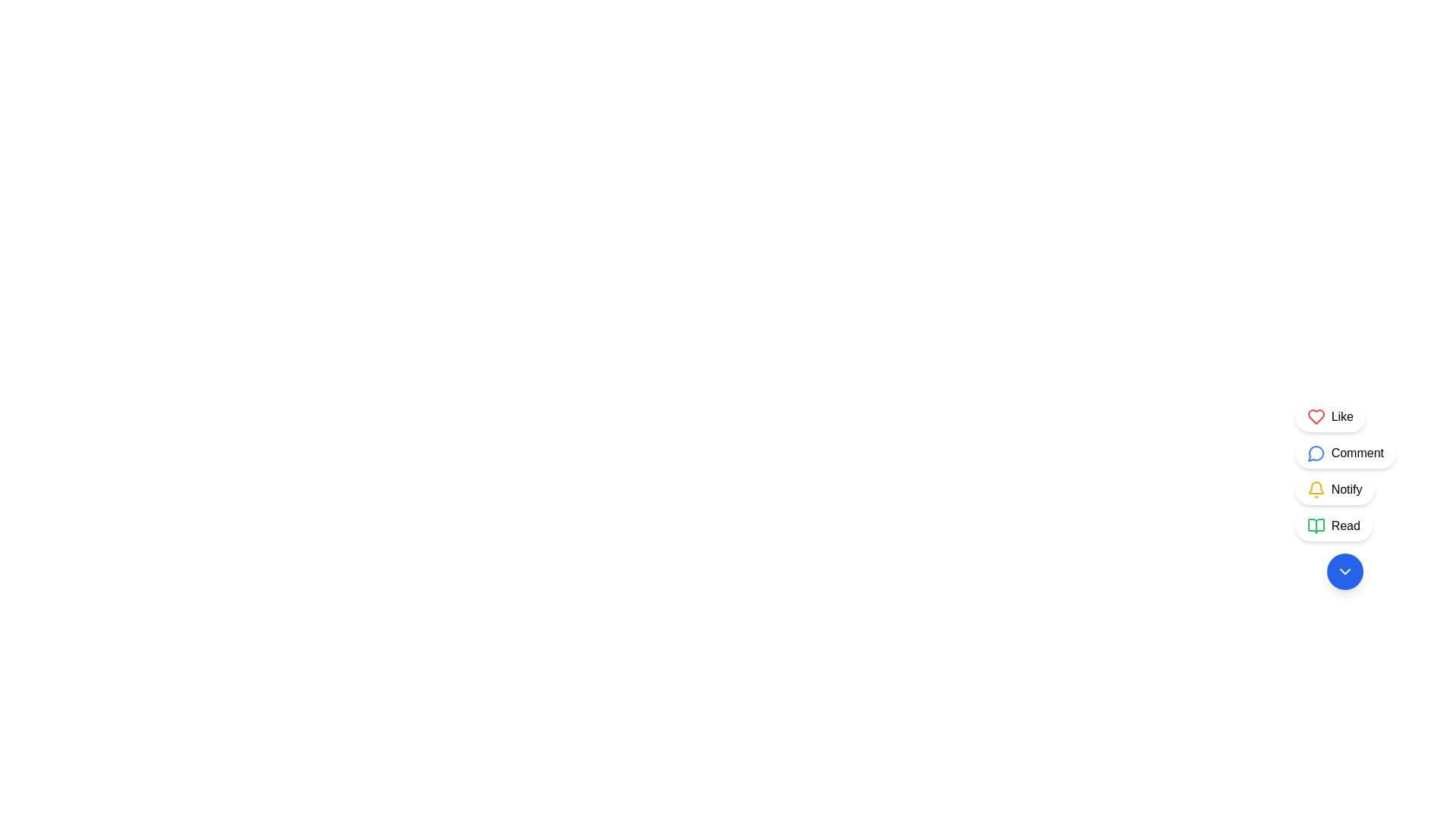  What do you see at coordinates (1329, 417) in the screenshot?
I see `the 'Like' button, which is the first button at the top of a vertical list featuring a red heart icon and the text 'Like' in black` at bounding box center [1329, 417].